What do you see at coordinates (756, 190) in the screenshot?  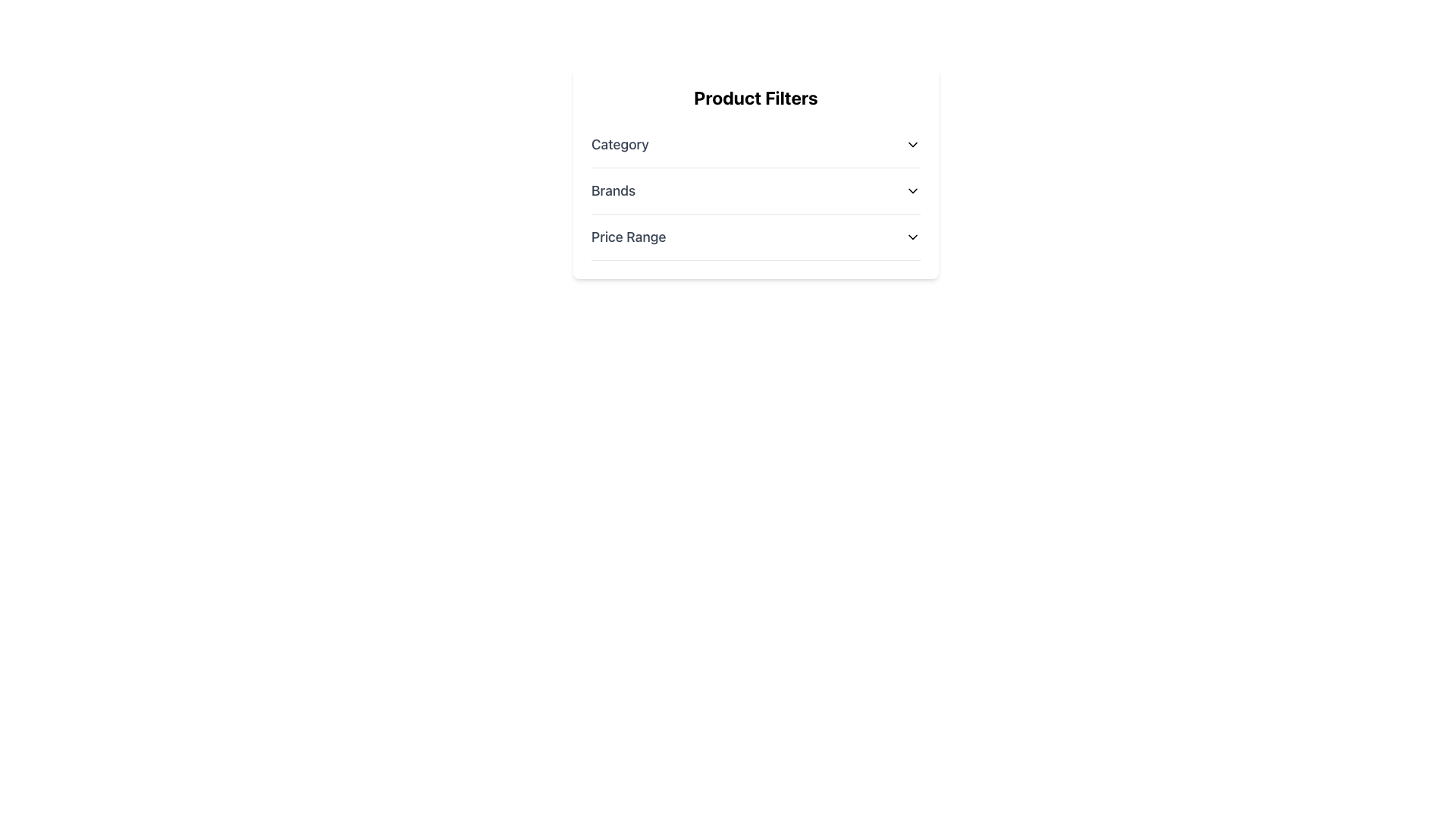 I see `the Dropdown Menu Trigger element in the Product Filters section` at bounding box center [756, 190].